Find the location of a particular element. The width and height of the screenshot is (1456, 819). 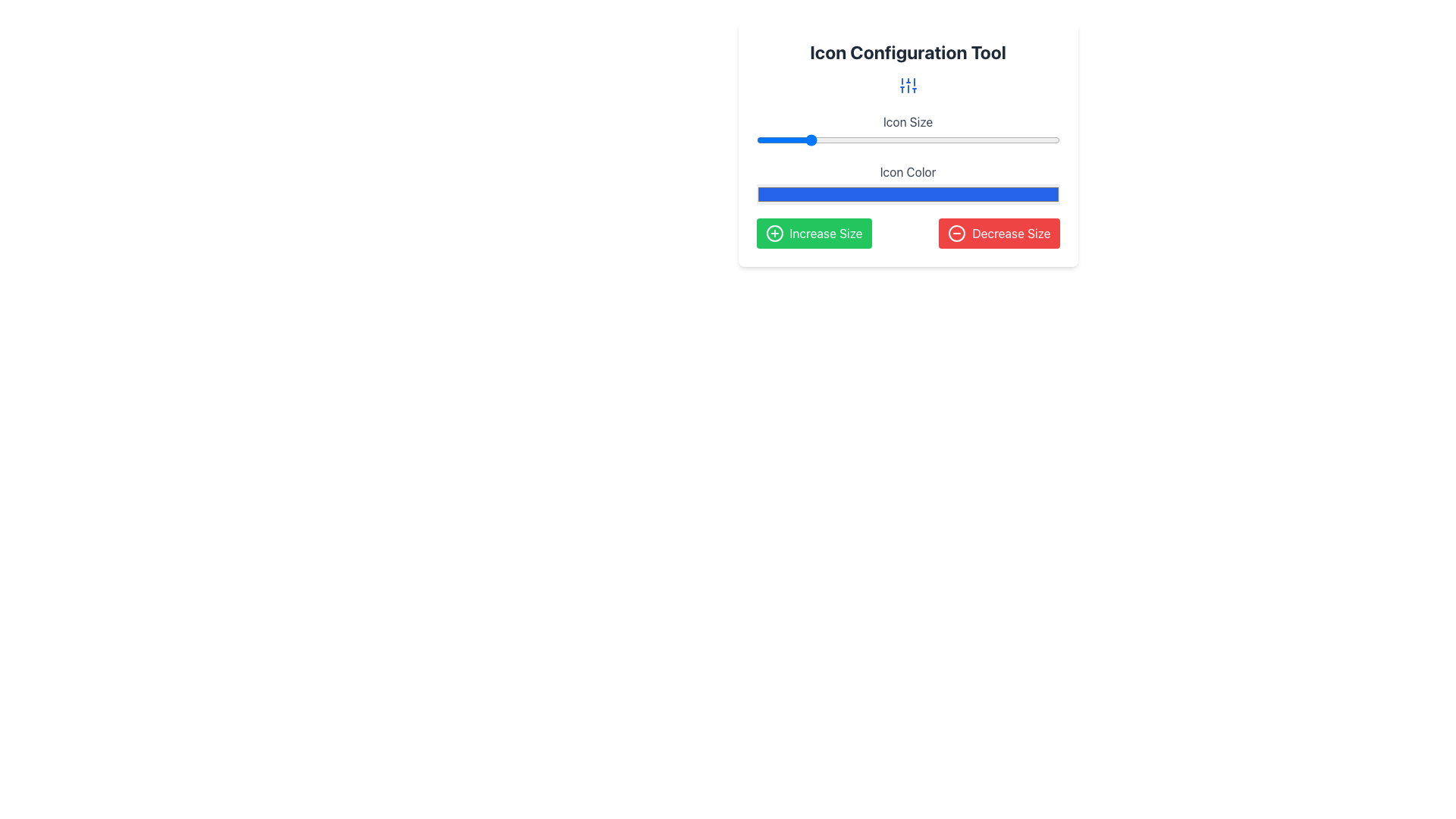

the icon size is located at coordinates (812, 140).